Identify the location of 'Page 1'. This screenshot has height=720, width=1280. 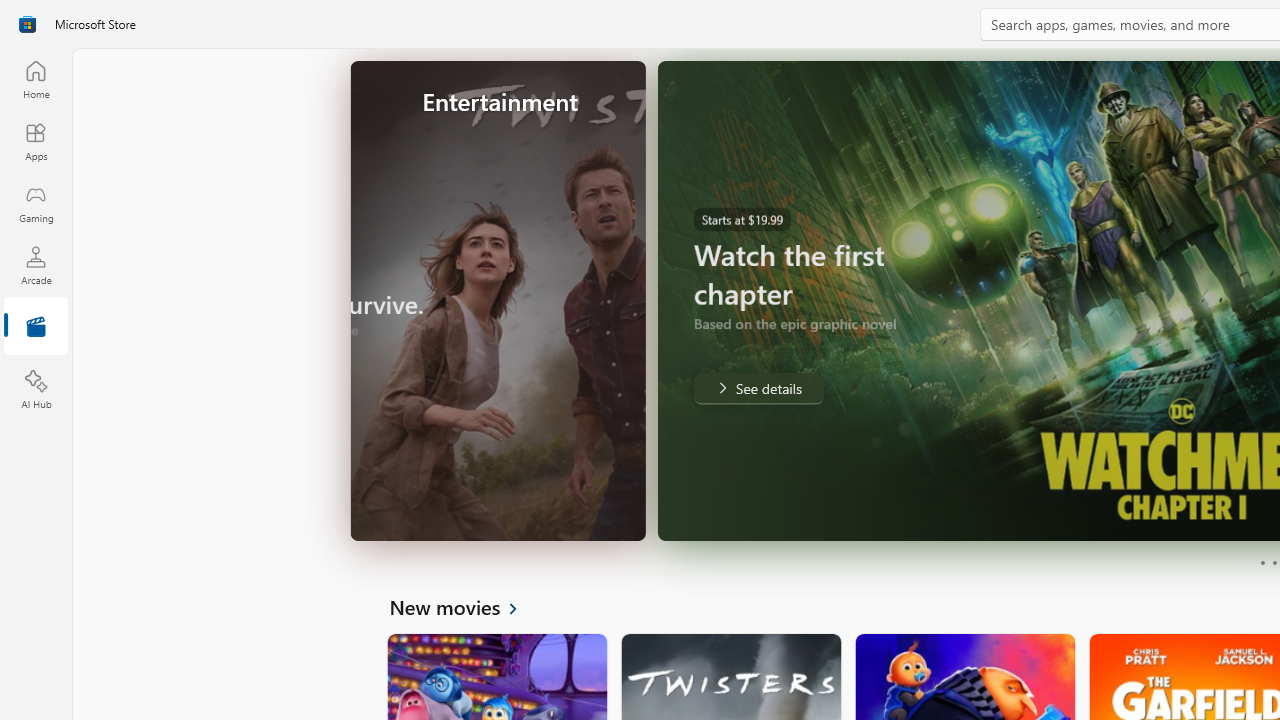
(1261, 563).